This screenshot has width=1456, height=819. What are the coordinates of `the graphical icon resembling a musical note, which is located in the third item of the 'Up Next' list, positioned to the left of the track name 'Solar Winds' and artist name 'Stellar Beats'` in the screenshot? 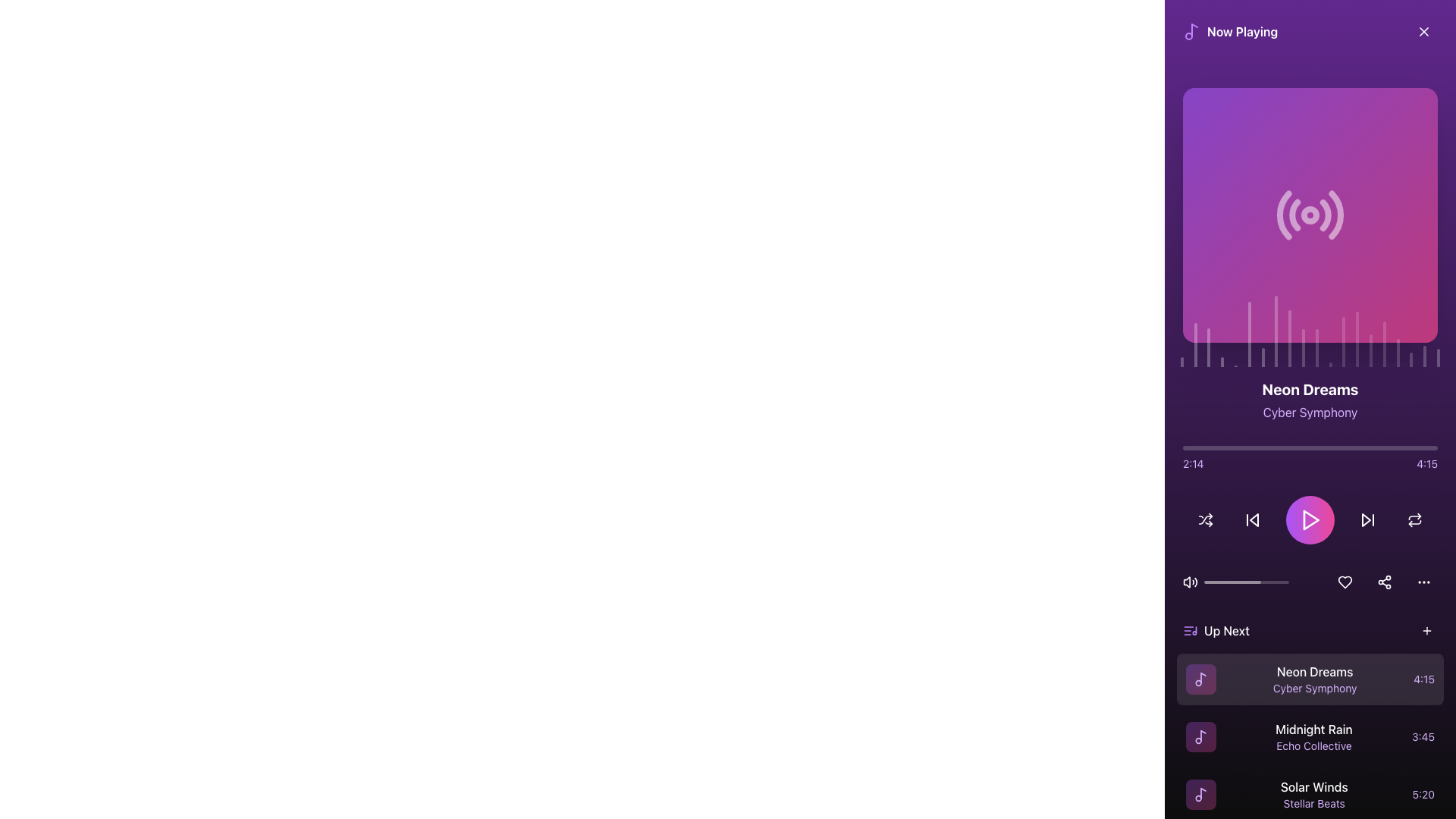 It's located at (1200, 794).